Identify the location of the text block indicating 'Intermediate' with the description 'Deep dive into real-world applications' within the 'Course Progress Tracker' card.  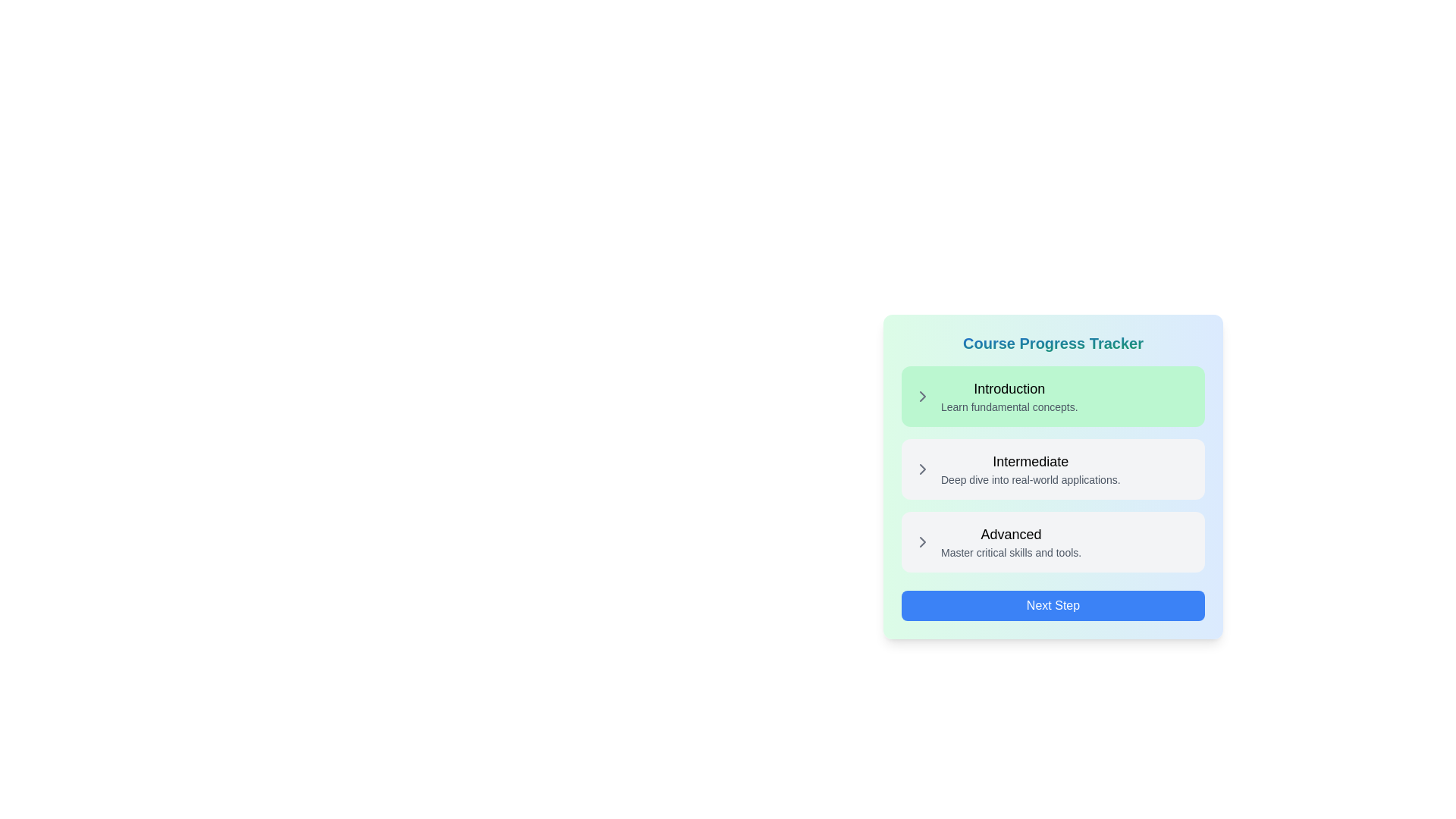
(1031, 468).